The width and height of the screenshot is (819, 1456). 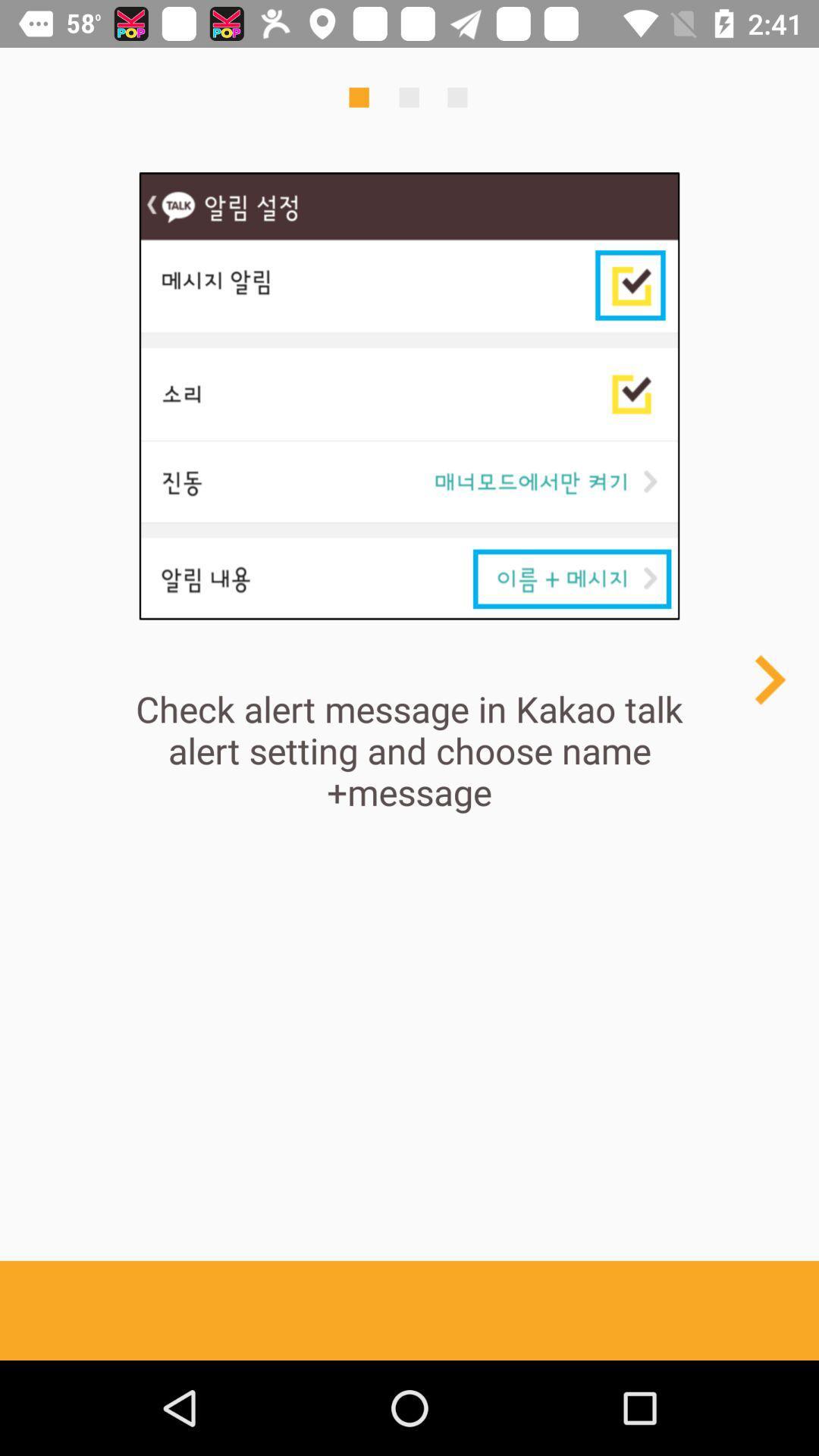 I want to click on forward, so click(x=769, y=679).